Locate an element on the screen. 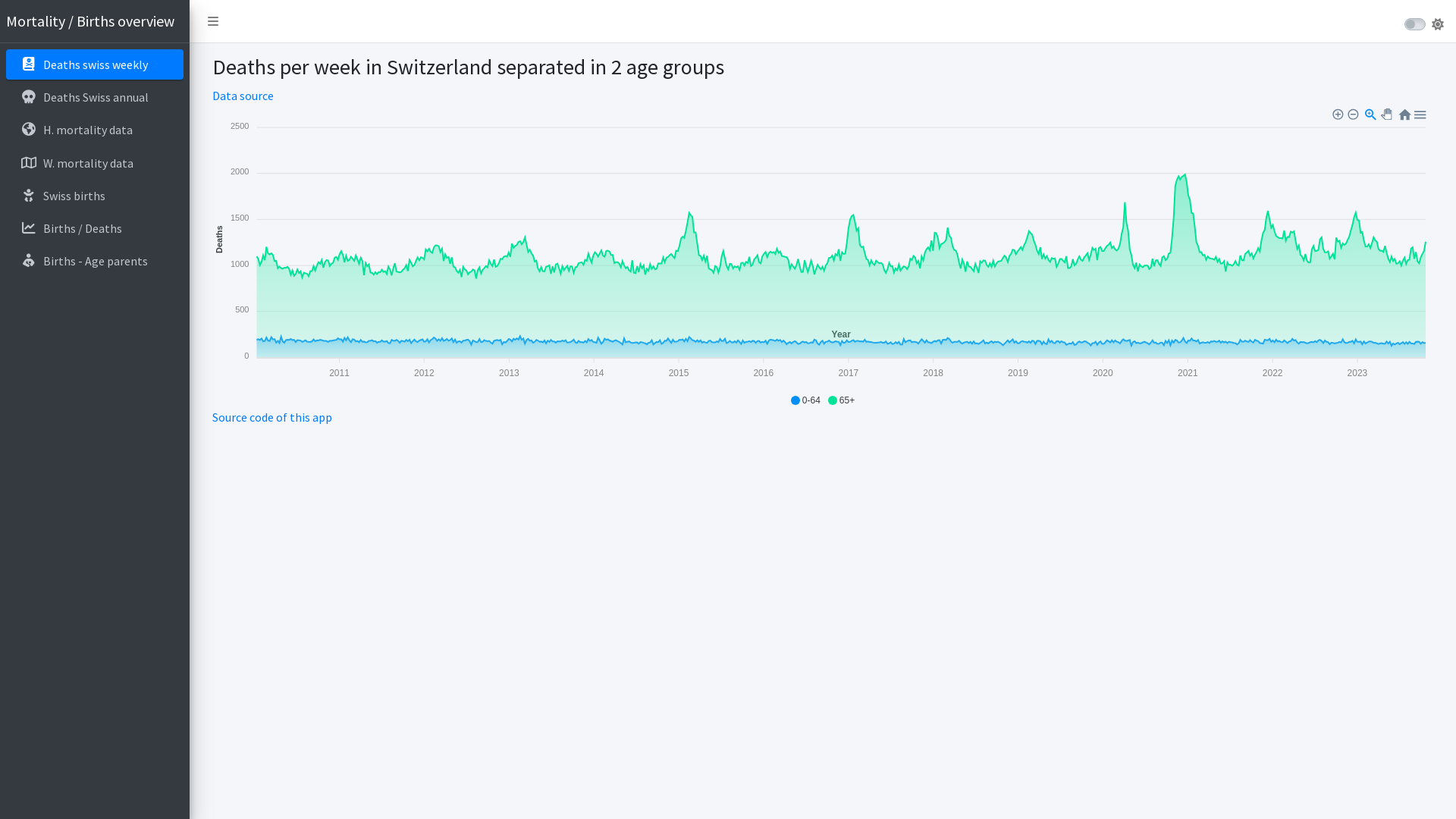 Image resolution: width=1456 pixels, height=819 pixels. 'Deaths swiss weekly' is located at coordinates (93, 63).